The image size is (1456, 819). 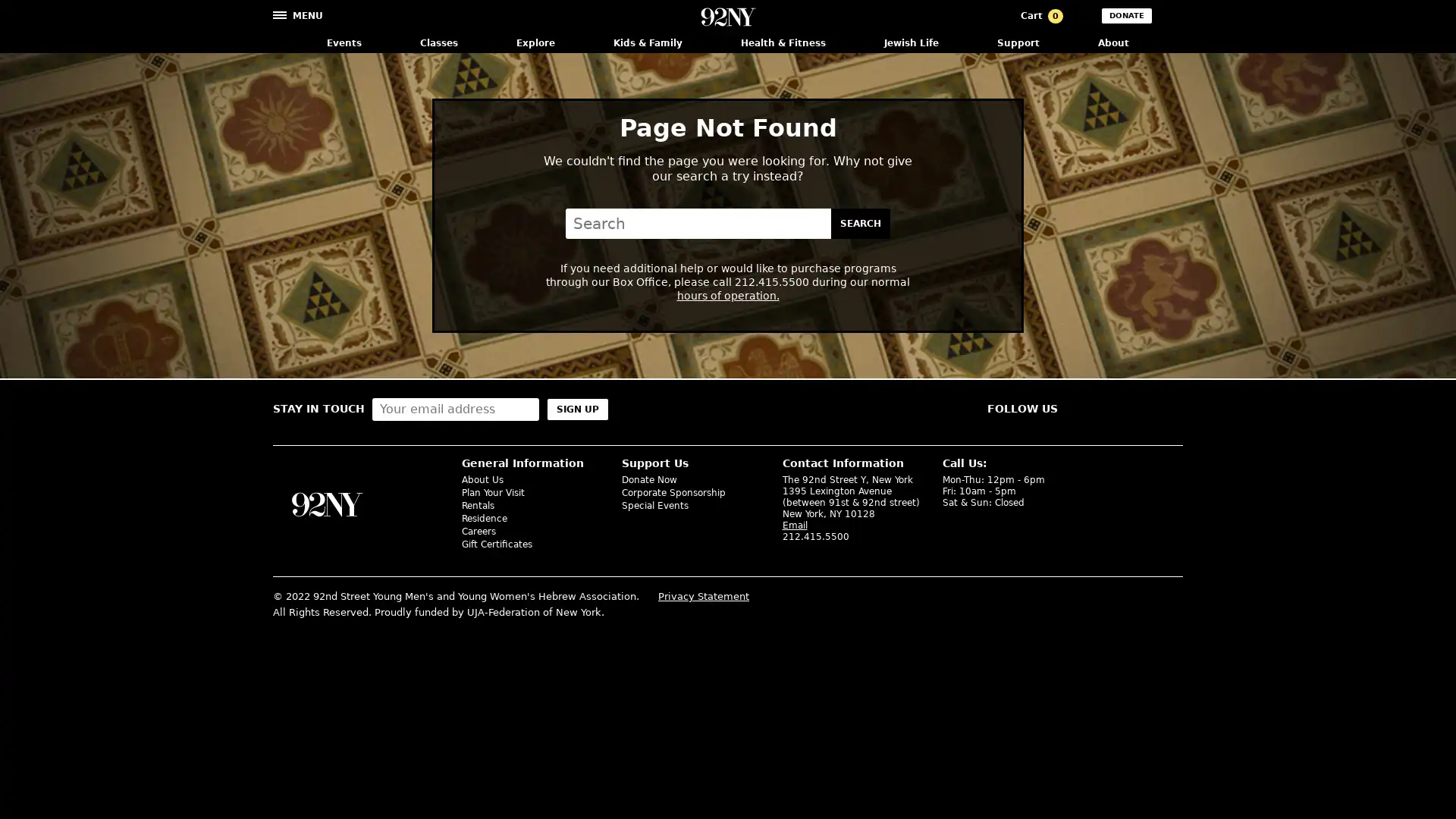 I want to click on Search, so click(x=860, y=222).